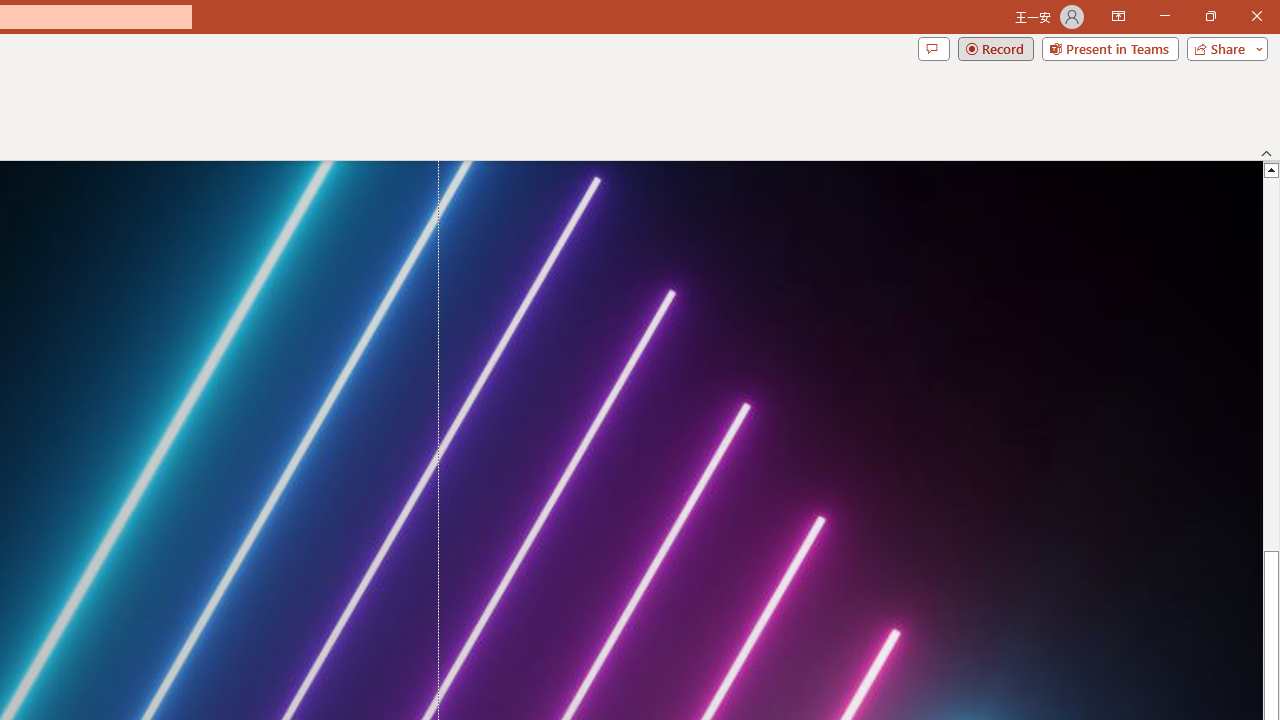  What do you see at coordinates (932, 47) in the screenshot?
I see `'Comments'` at bounding box center [932, 47].